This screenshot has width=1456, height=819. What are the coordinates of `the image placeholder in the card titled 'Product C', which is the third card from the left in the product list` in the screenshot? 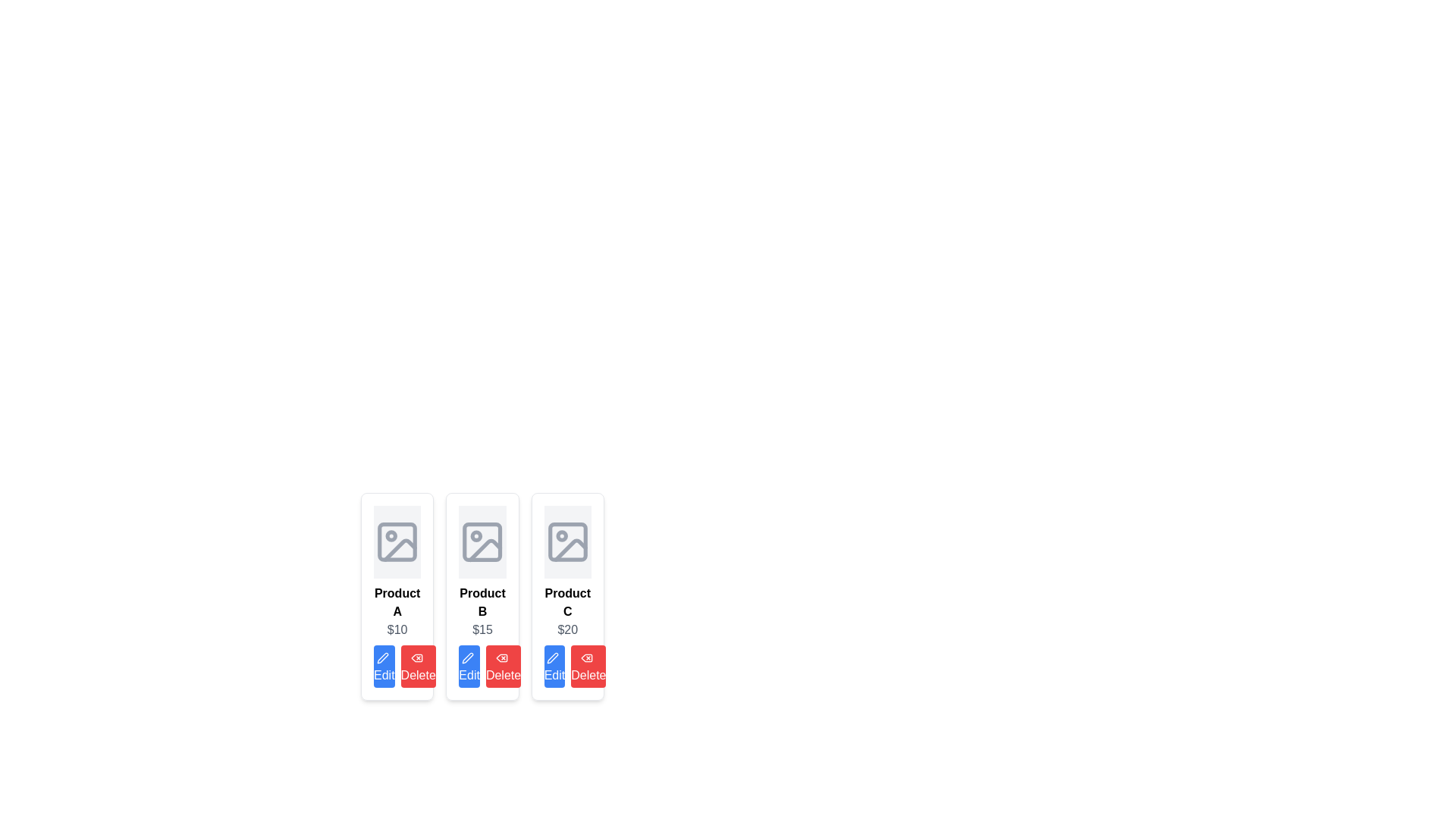 It's located at (566, 541).